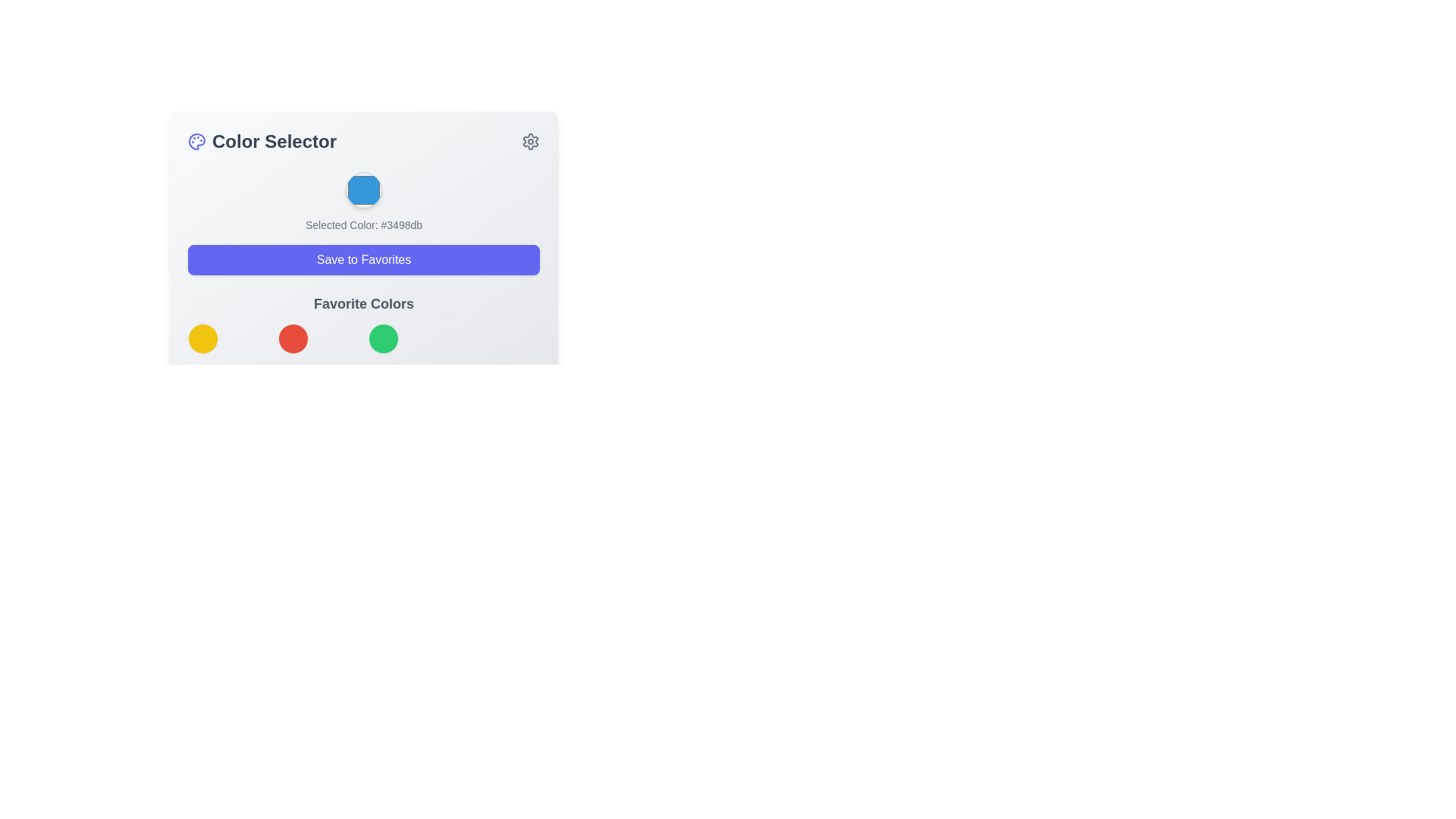 This screenshot has width=1456, height=819. Describe the element at coordinates (293, 338) in the screenshot. I see `the Interactive Button representing the red color located below the 'Favorite Colors' section` at that location.